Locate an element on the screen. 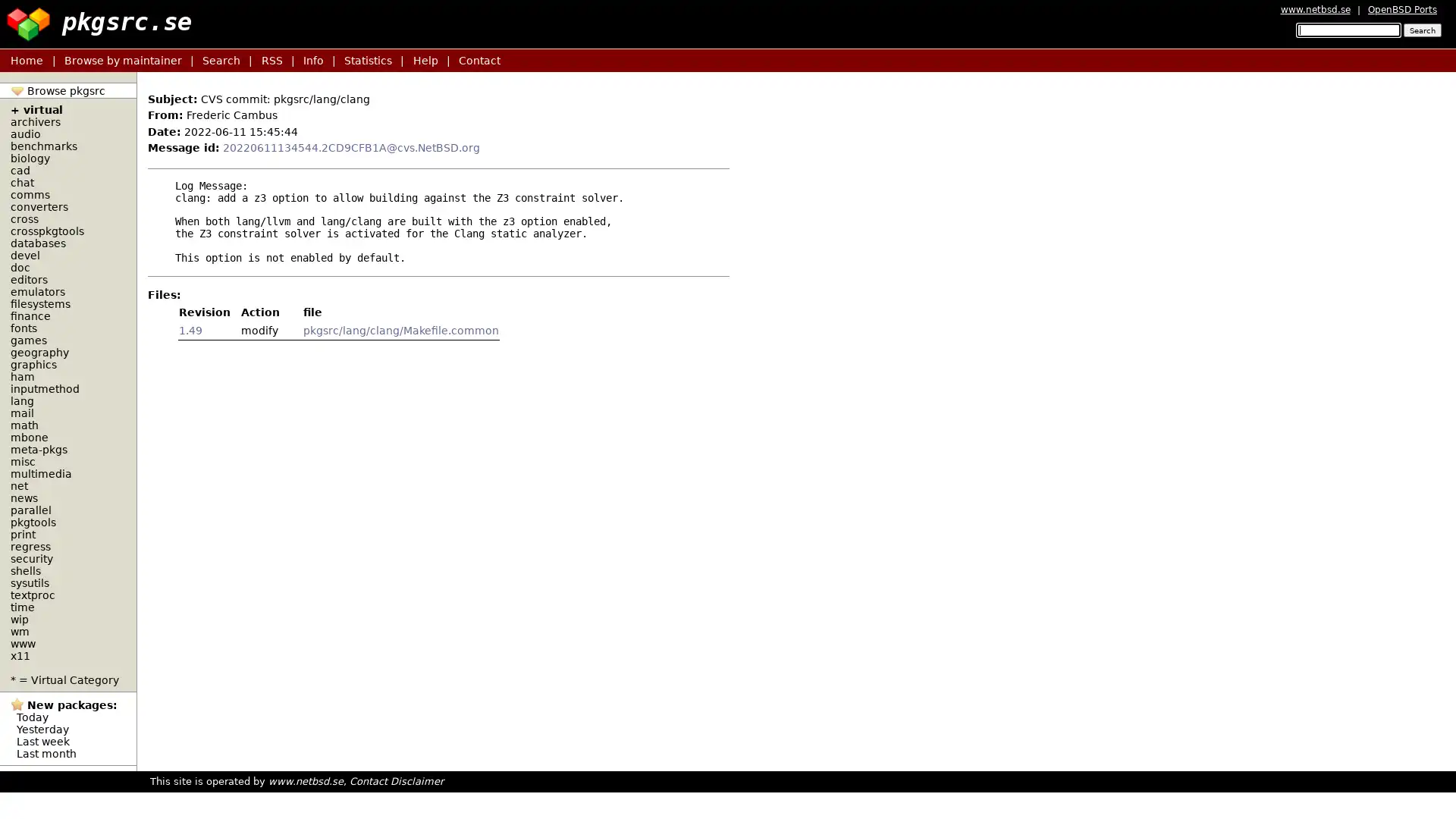 This screenshot has width=1456, height=819. Search is located at coordinates (1421, 30).